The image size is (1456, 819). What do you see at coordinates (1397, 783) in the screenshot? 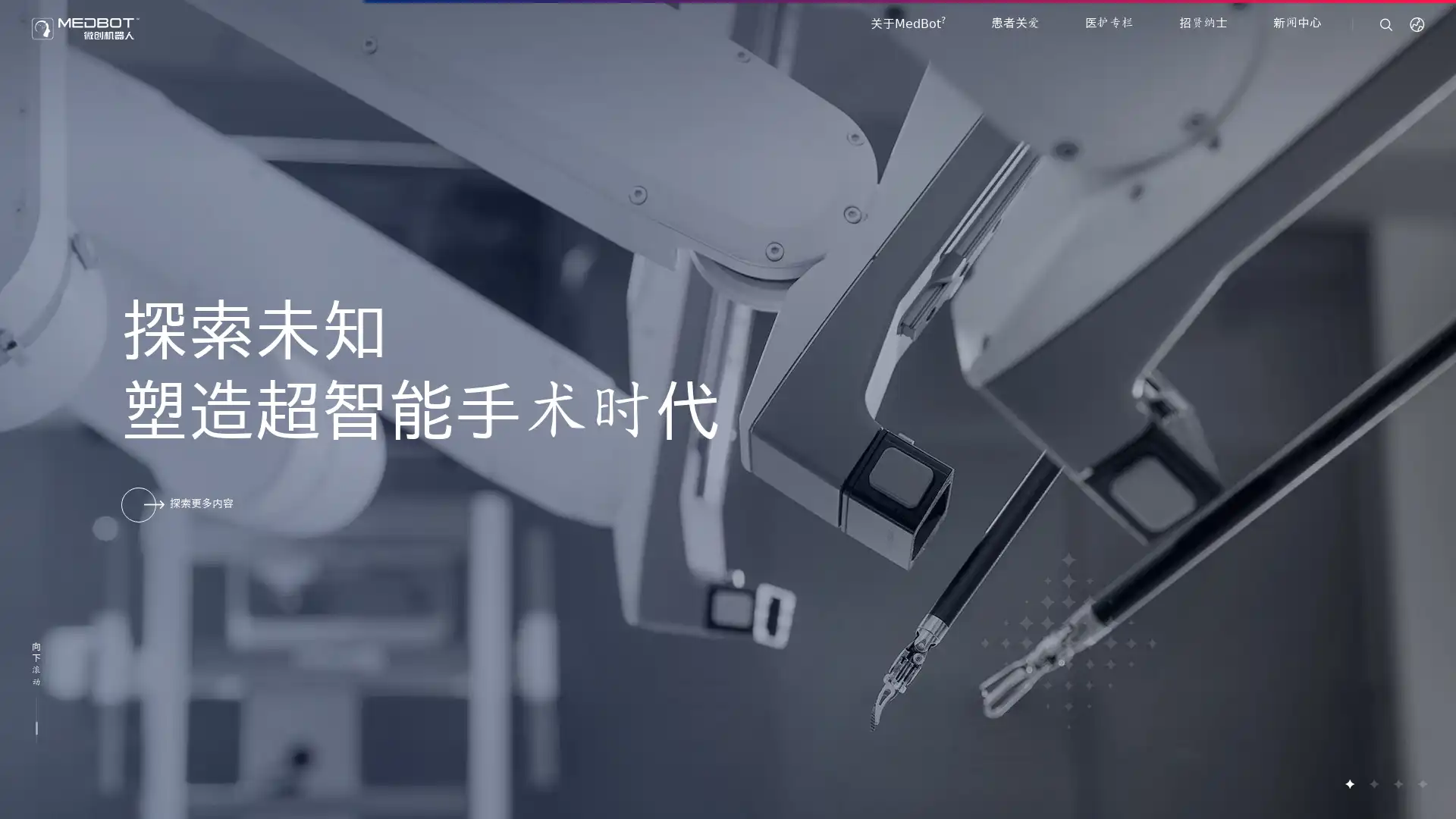
I see `Go to slide 3` at bounding box center [1397, 783].